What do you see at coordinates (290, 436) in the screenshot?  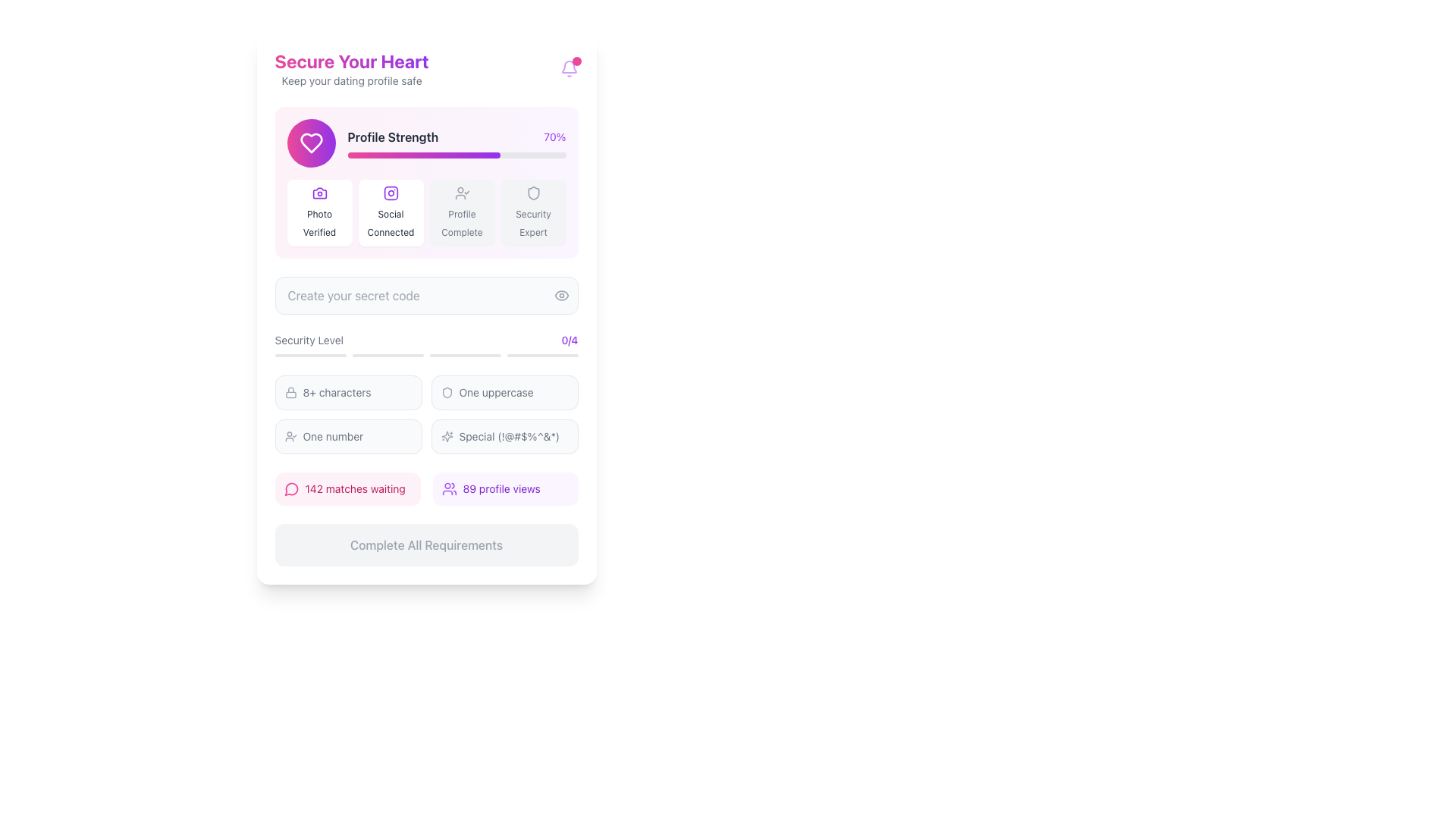 I see `the small user icon with a check mark, which indicates an approval status, located in the lower section of the interface on the left side of the row containing the text 'One number.'` at bounding box center [290, 436].